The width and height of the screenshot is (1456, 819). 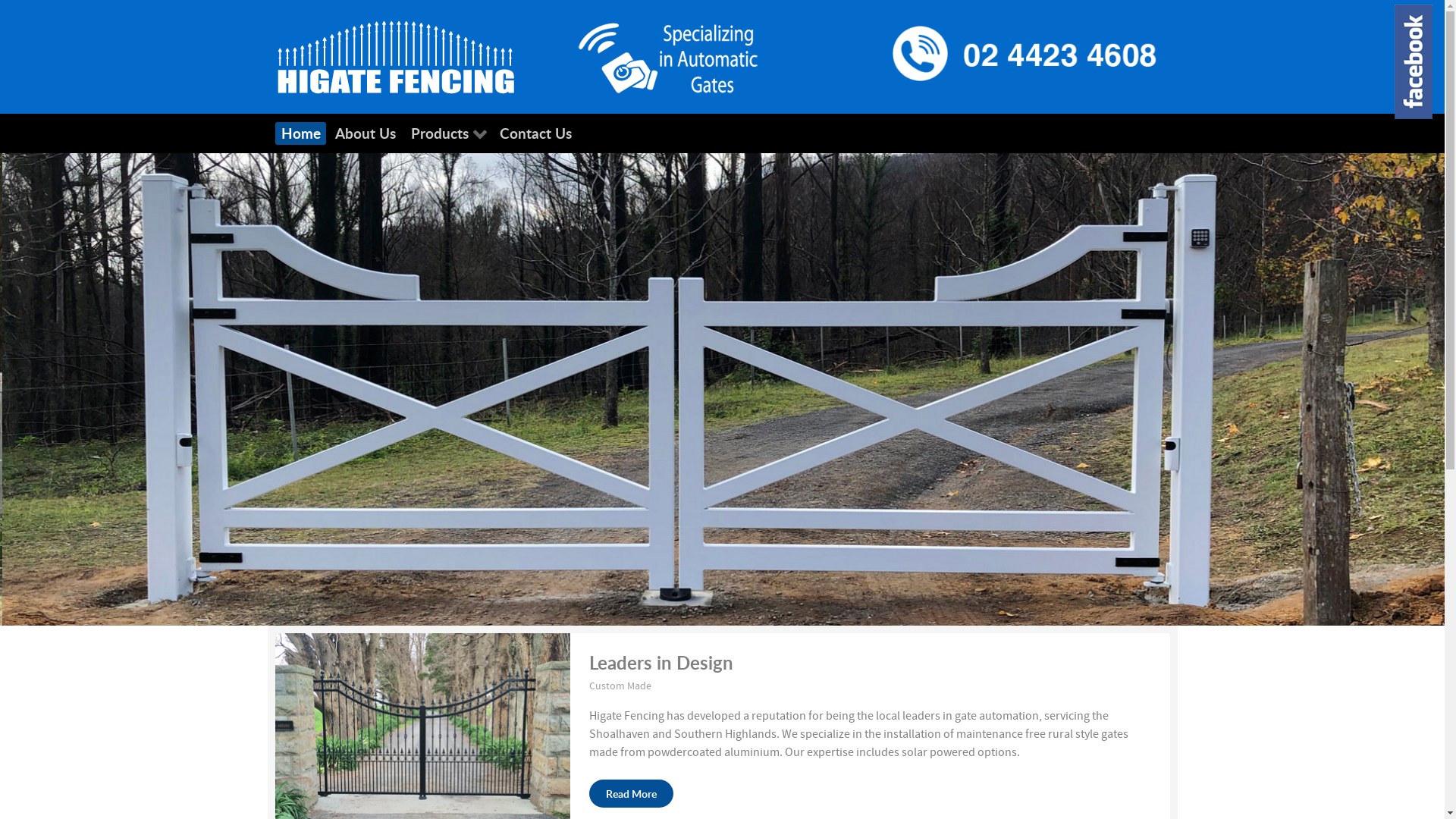 What do you see at coordinates (366, 133) in the screenshot?
I see `'About Us'` at bounding box center [366, 133].